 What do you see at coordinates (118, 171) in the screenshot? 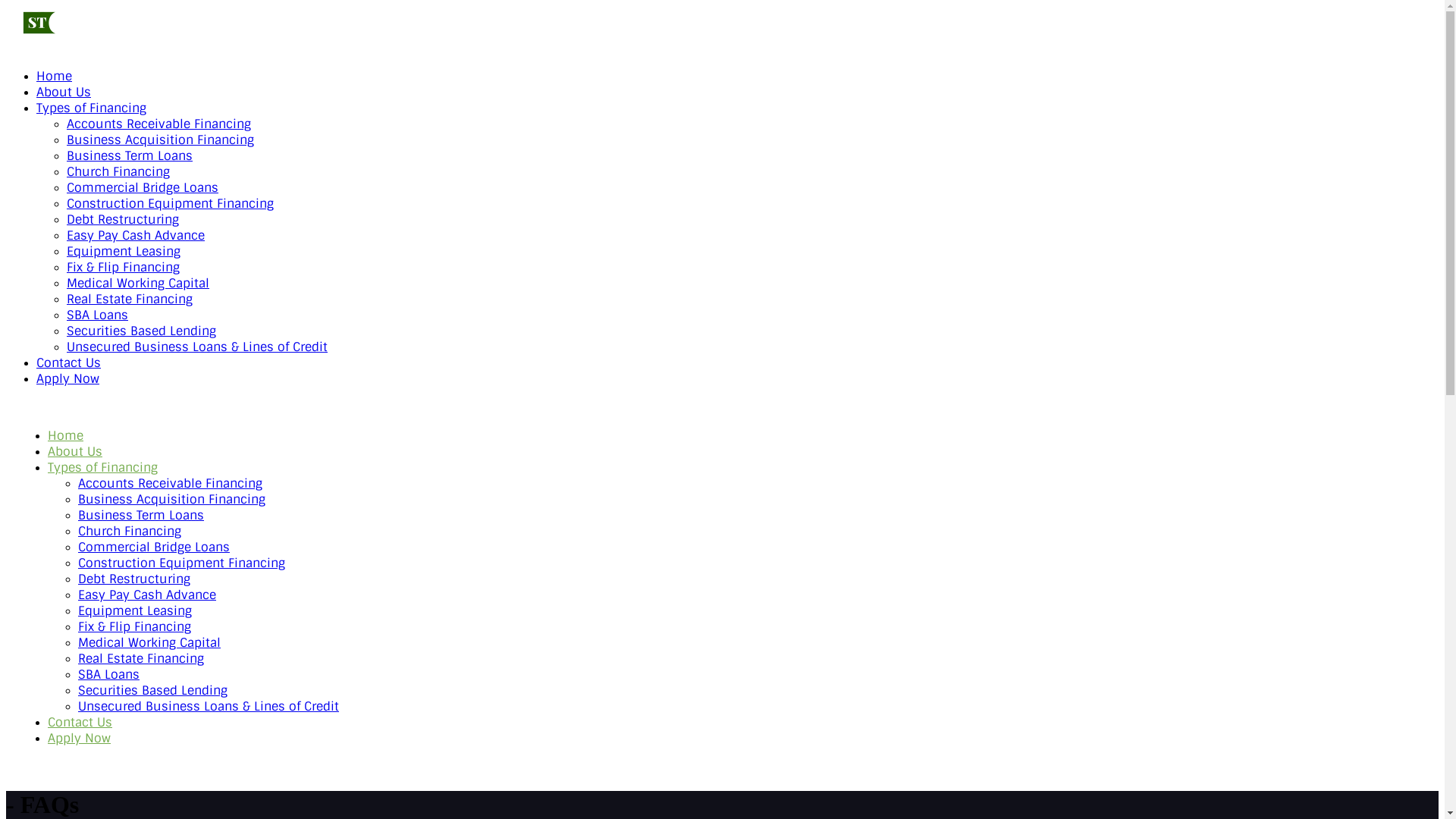
I see `'Church Financing'` at bounding box center [118, 171].